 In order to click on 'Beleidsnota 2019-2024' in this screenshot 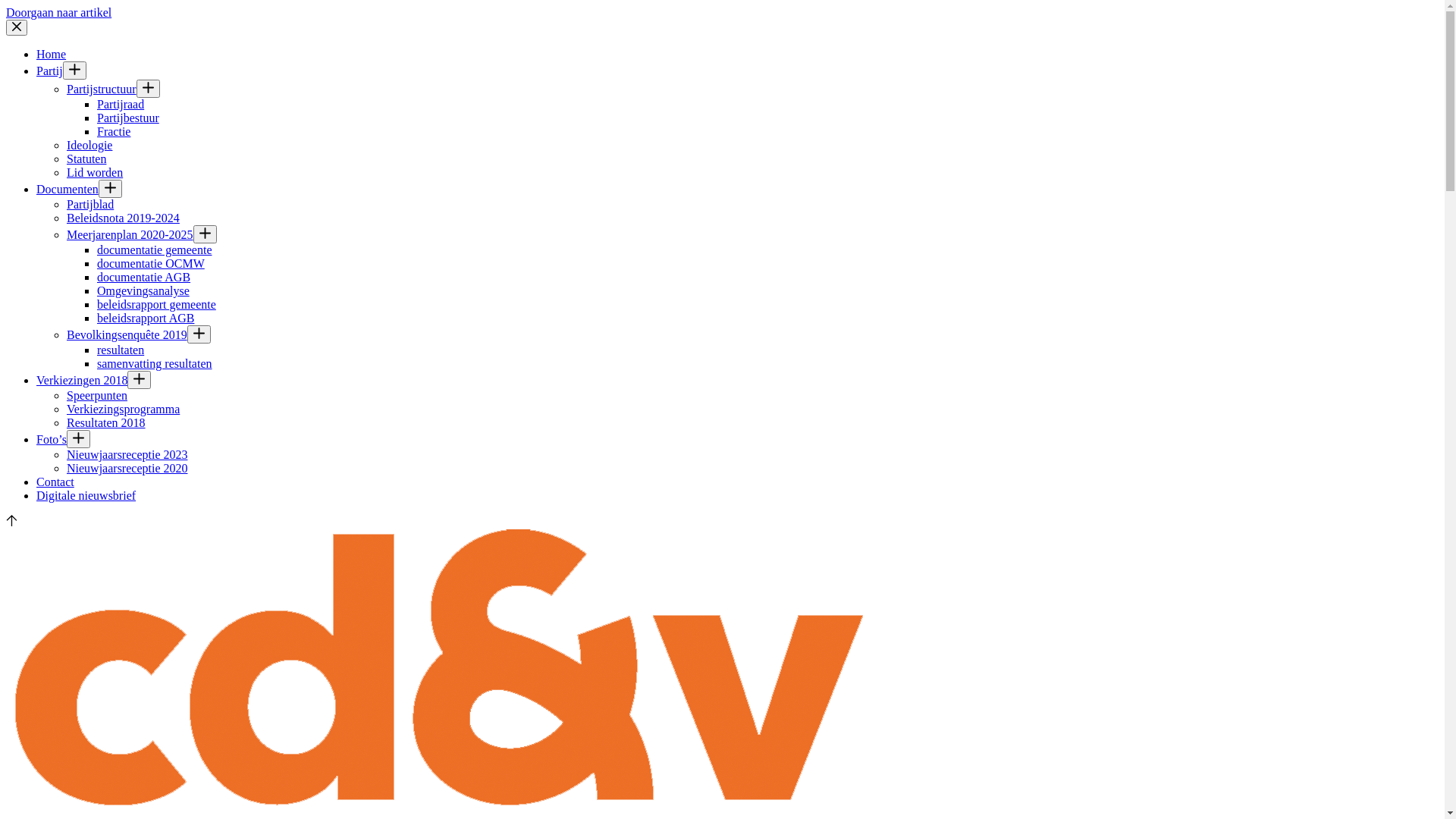, I will do `click(123, 218)`.